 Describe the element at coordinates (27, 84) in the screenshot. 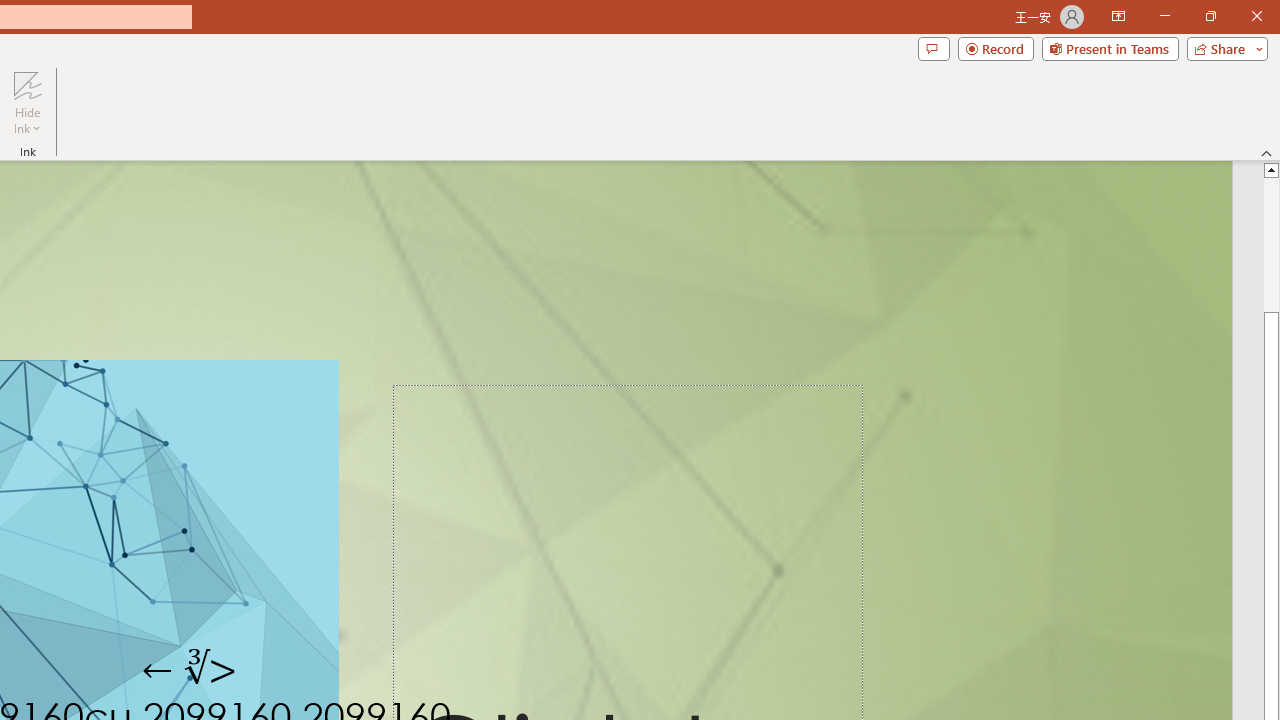

I see `'Hide Ink'` at that location.